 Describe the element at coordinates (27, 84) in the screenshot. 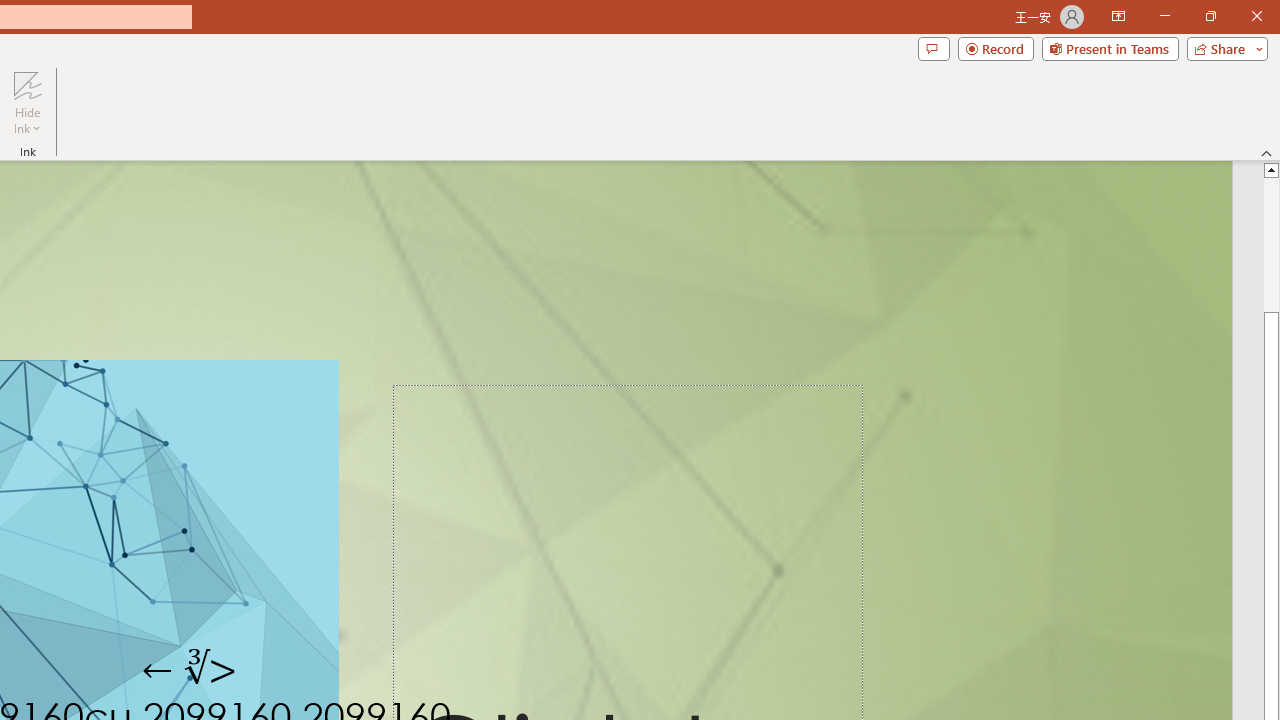

I see `'Hide Ink'` at that location.